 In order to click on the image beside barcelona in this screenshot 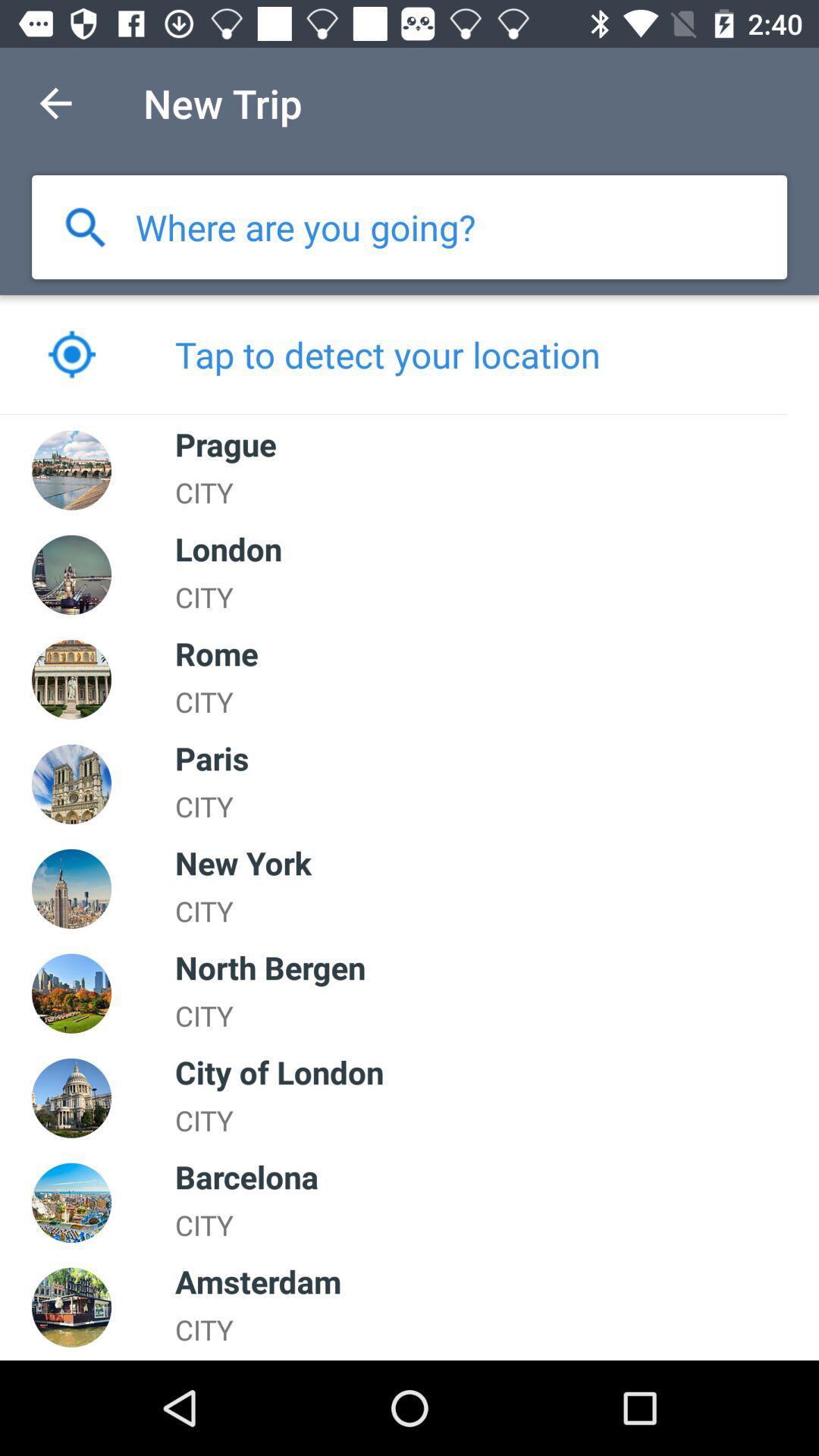, I will do `click(71, 1202)`.